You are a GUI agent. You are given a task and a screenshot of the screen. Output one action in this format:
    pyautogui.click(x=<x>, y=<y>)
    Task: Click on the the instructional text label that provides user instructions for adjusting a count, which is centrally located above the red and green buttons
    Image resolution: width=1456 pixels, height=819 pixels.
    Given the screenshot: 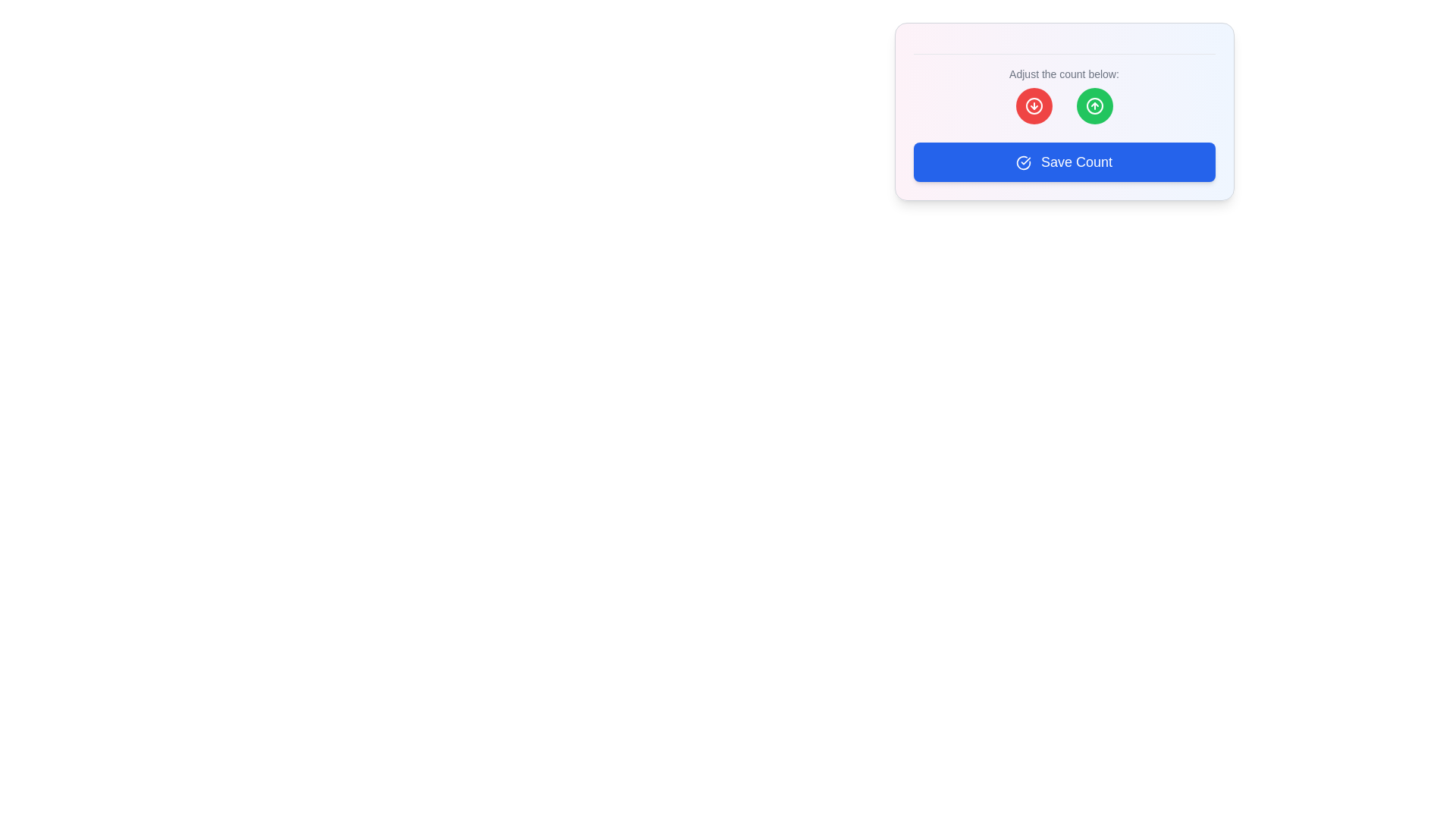 What is the action you would take?
    pyautogui.click(x=1063, y=89)
    